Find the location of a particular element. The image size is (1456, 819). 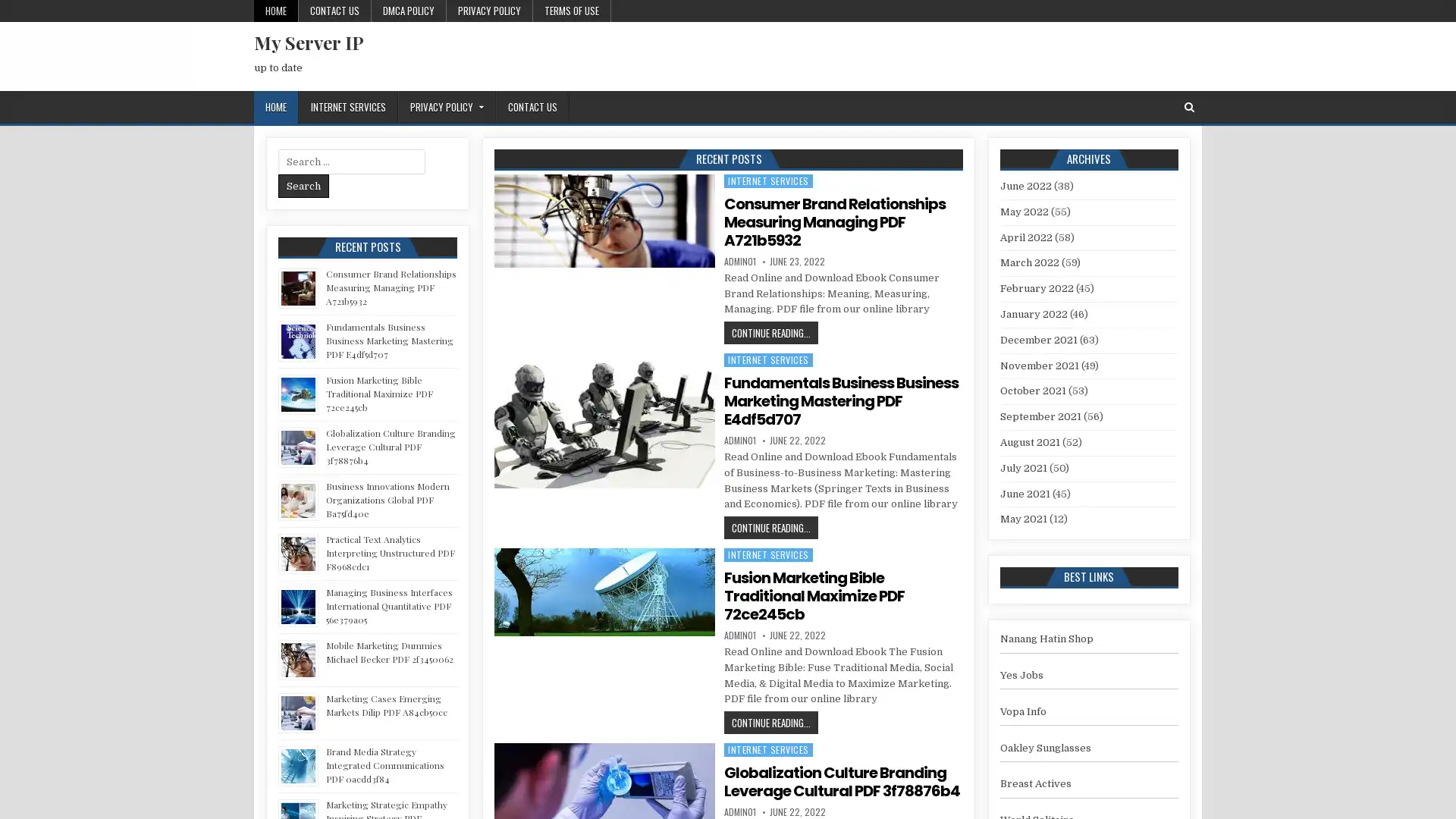

Search is located at coordinates (303, 185).